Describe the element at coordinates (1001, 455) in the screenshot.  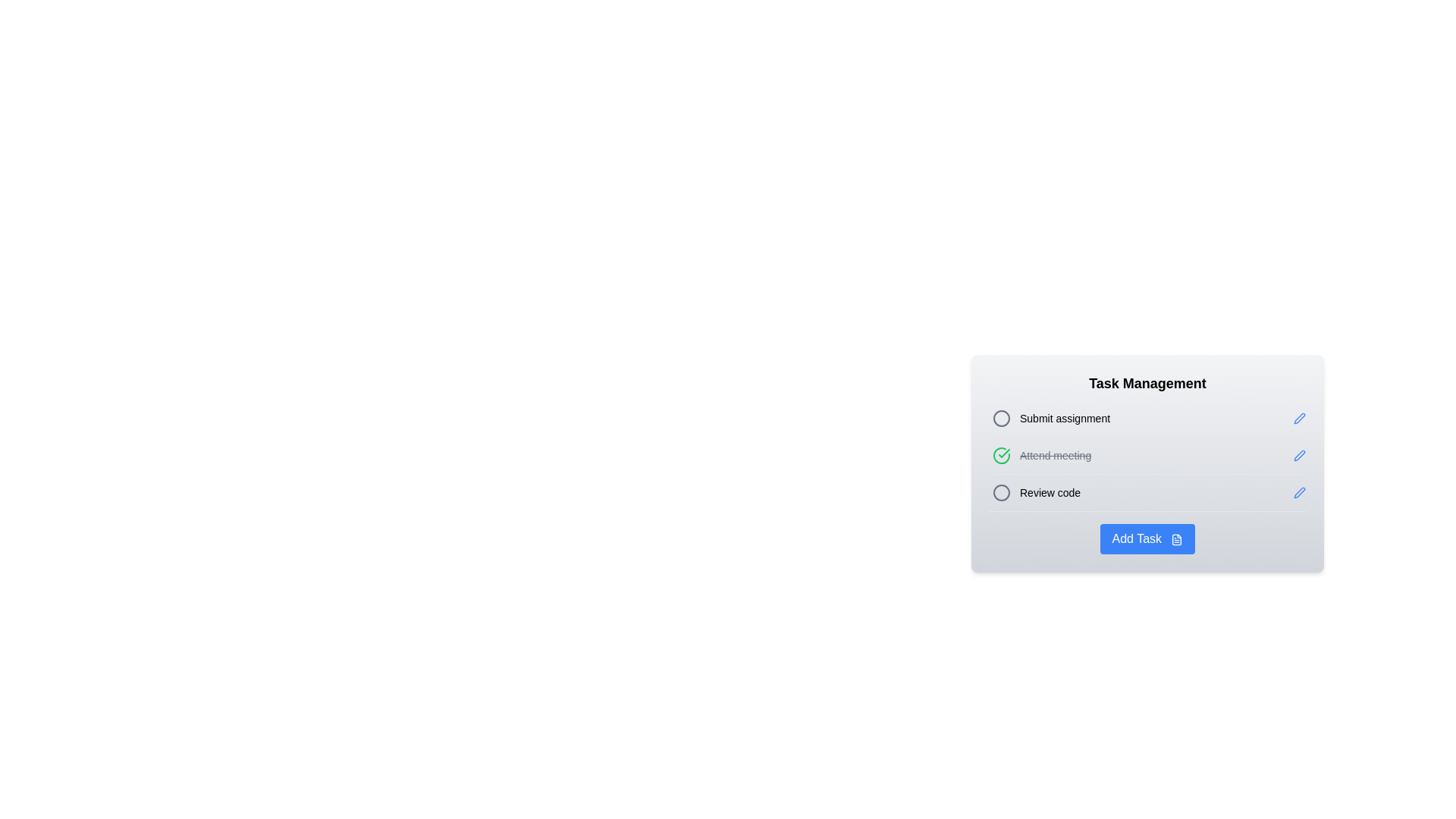
I see `the checkbox for the task 'Attend meeting' located under the 'Task Management' header to potentially view tooltips` at that location.